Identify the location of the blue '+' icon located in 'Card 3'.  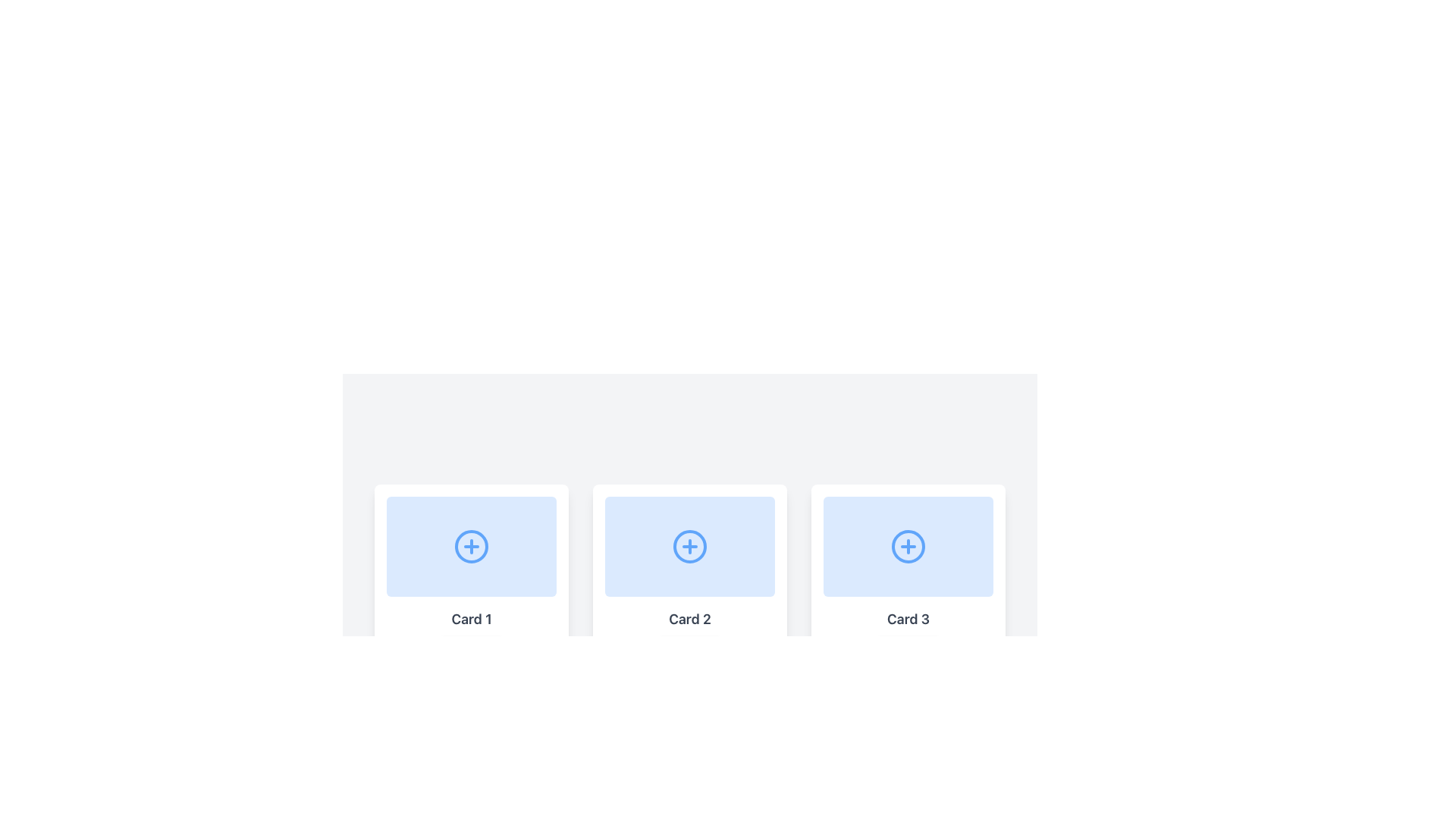
(908, 547).